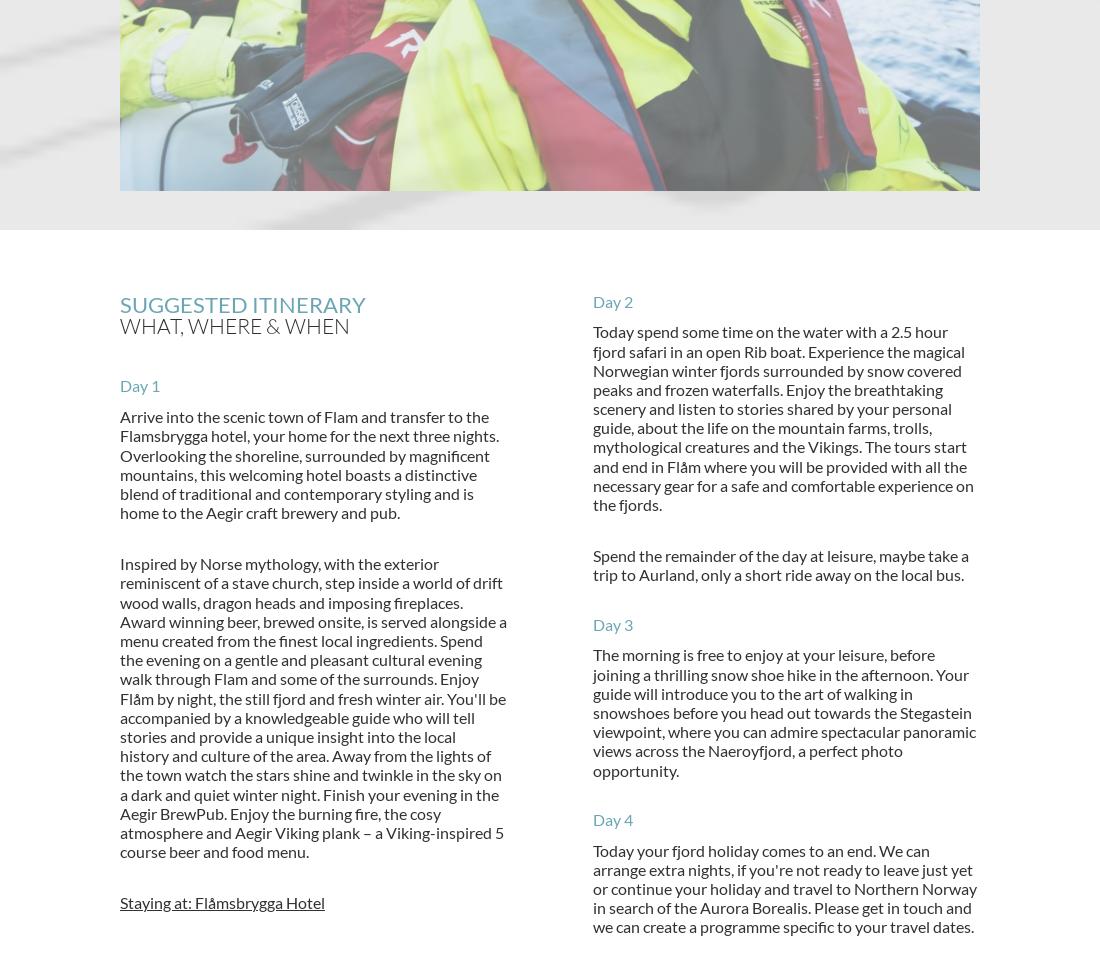 Image resolution: width=1100 pixels, height=971 pixels. I want to click on 'WHAT, WHERE & WHEN', so click(234, 324).